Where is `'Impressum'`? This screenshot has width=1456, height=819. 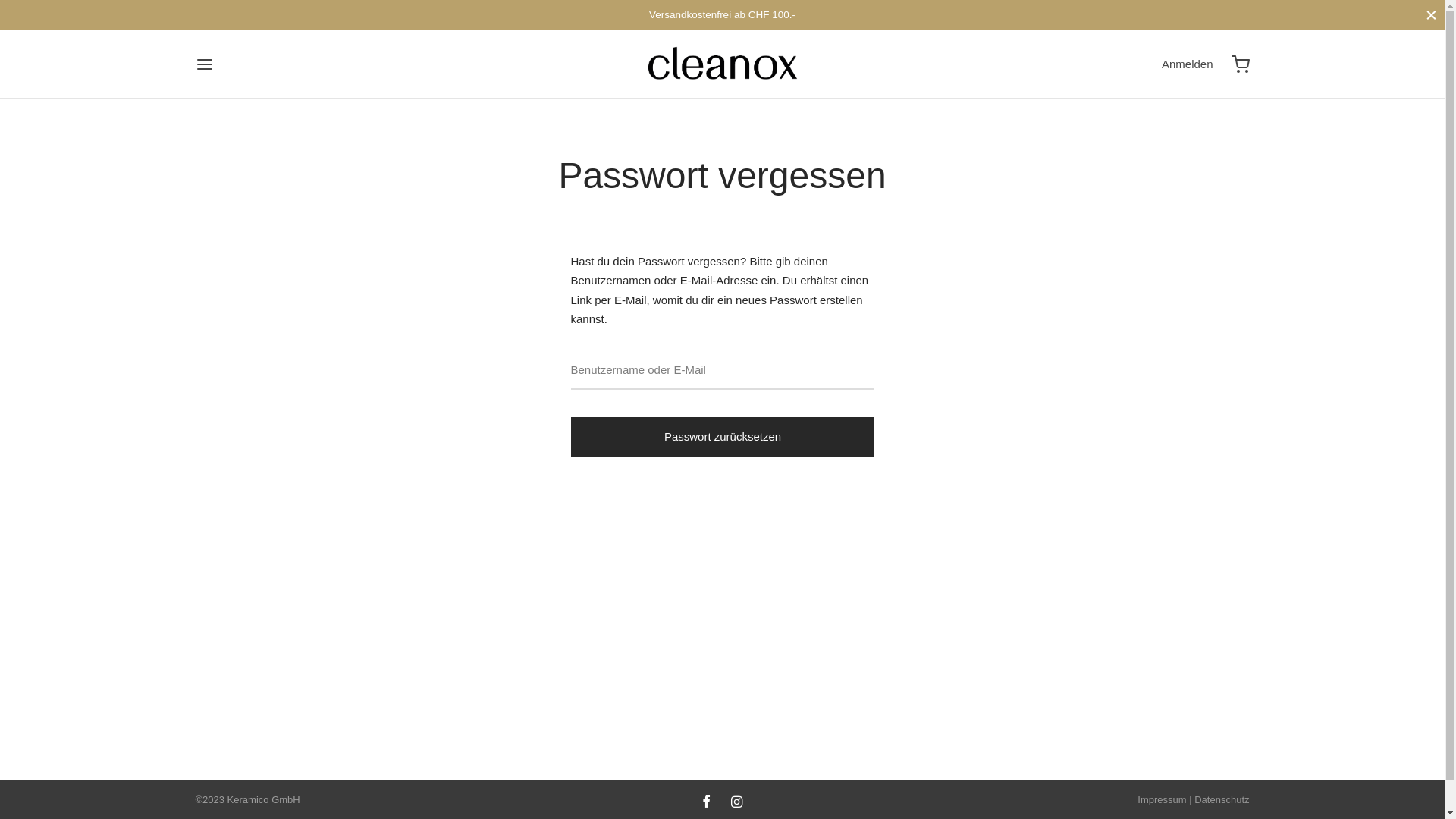
'Impressum' is located at coordinates (1160, 799).